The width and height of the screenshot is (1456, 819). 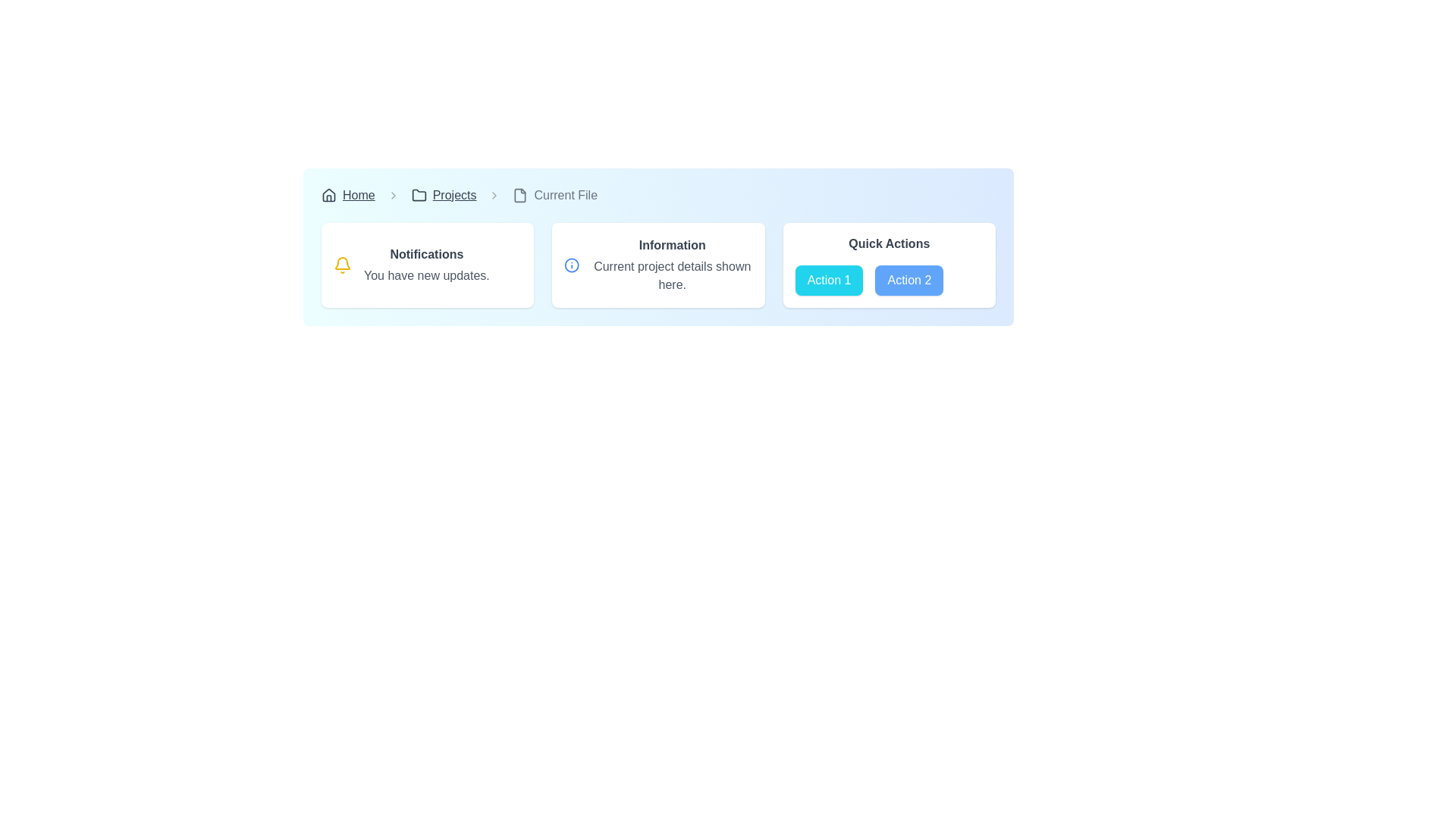 I want to click on the Breadcrumb Label displaying 'Current File' which is styled with the class name 'ml-2' and appears in light gray text, indicating its inactive or informational nature, so click(x=565, y=195).